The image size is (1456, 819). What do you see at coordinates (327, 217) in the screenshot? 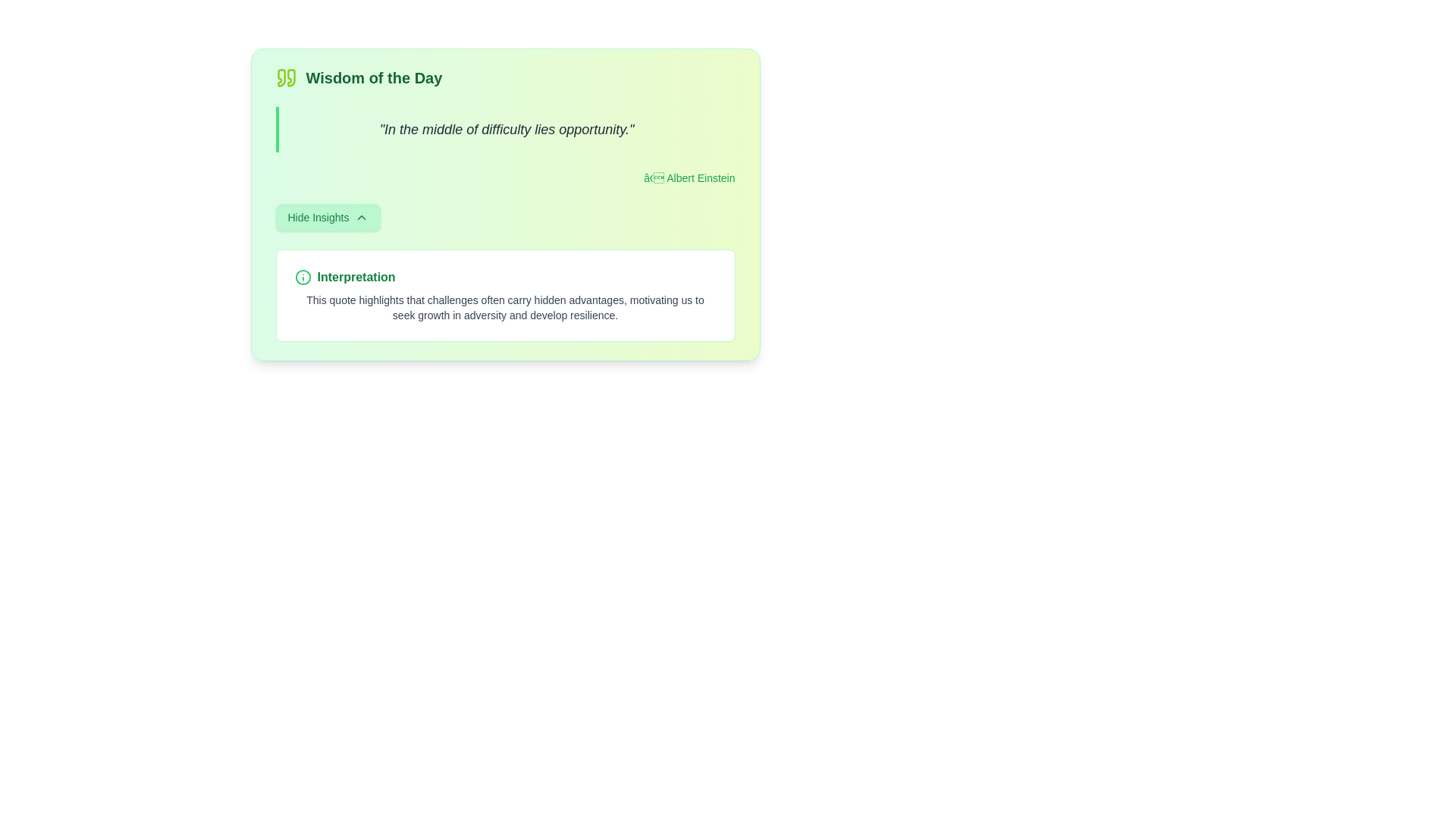
I see `the button located at the bottom of the 'Wisdom of the Day' section` at bounding box center [327, 217].